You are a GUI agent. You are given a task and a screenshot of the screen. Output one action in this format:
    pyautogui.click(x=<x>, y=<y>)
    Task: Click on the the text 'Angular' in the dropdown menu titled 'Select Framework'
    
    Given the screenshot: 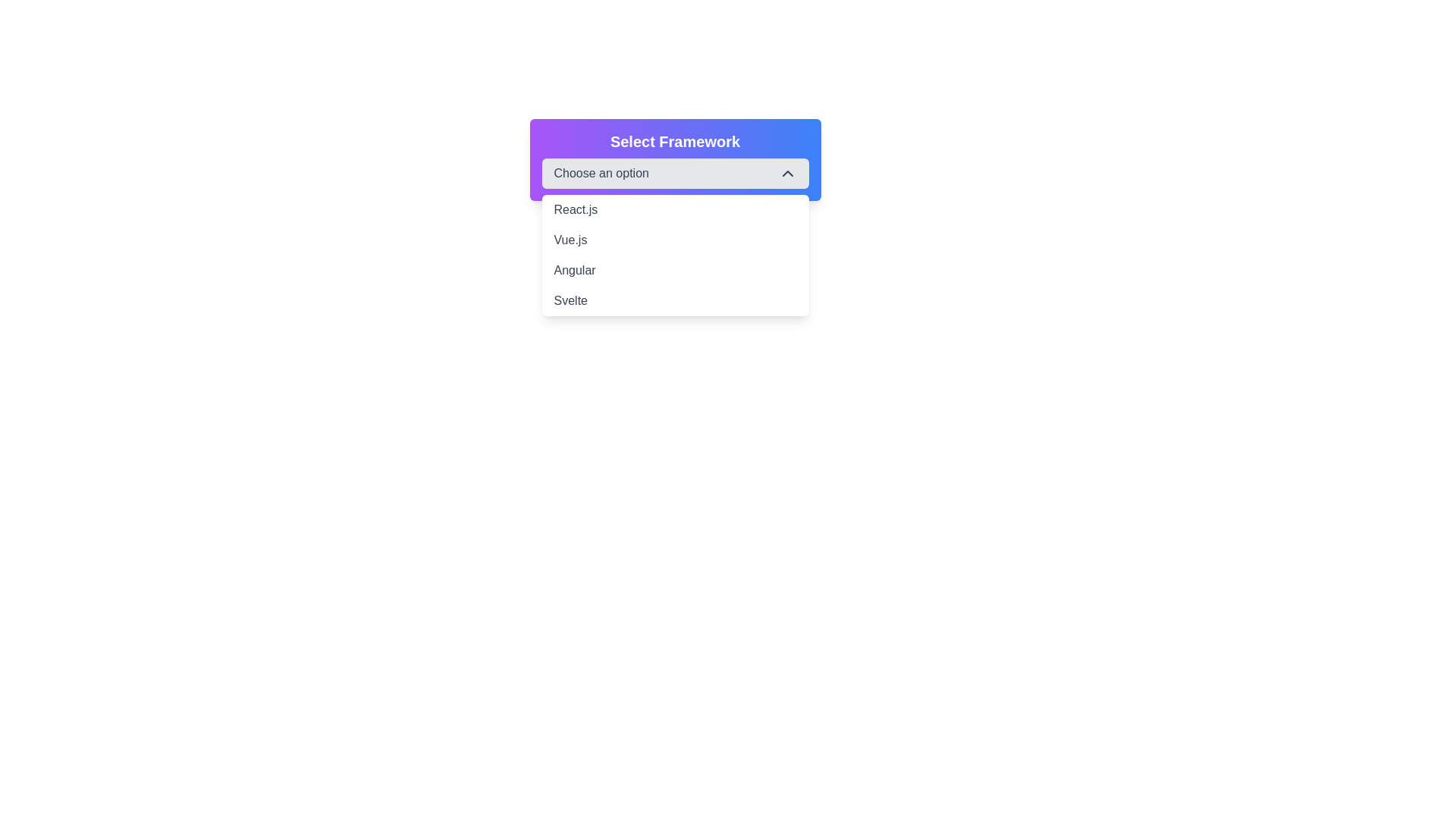 What is the action you would take?
    pyautogui.click(x=574, y=270)
    